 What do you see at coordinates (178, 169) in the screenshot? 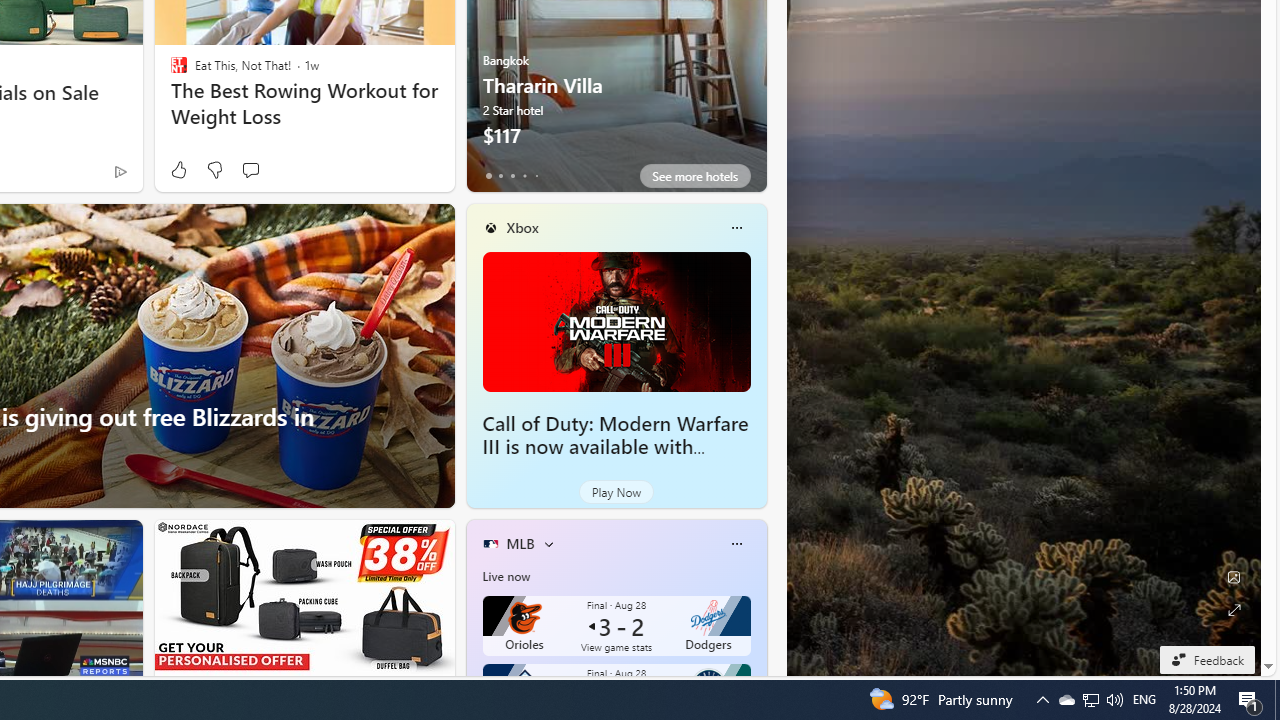
I see `'Like'` at bounding box center [178, 169].